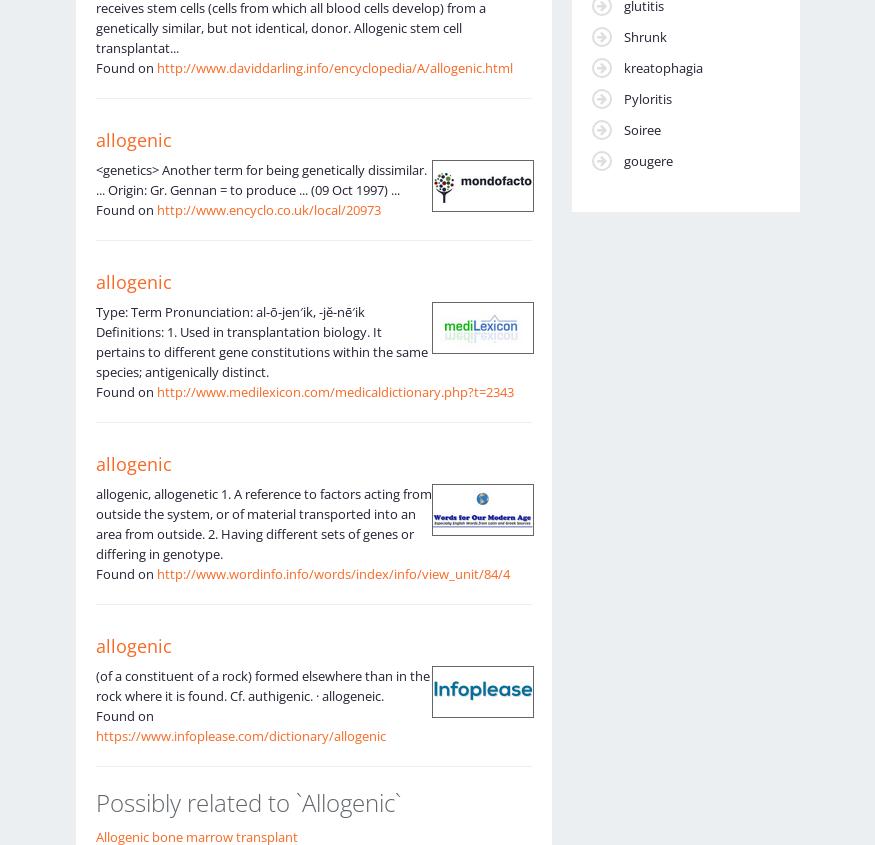 The height and width of the screenshot is (845, 875). What do you see at coordinates (334, 389) in the screenshot?
I see `'http://www.medilexicon.com/medicaldictionary.php?t=2343'` at bounding box center [334, 389].